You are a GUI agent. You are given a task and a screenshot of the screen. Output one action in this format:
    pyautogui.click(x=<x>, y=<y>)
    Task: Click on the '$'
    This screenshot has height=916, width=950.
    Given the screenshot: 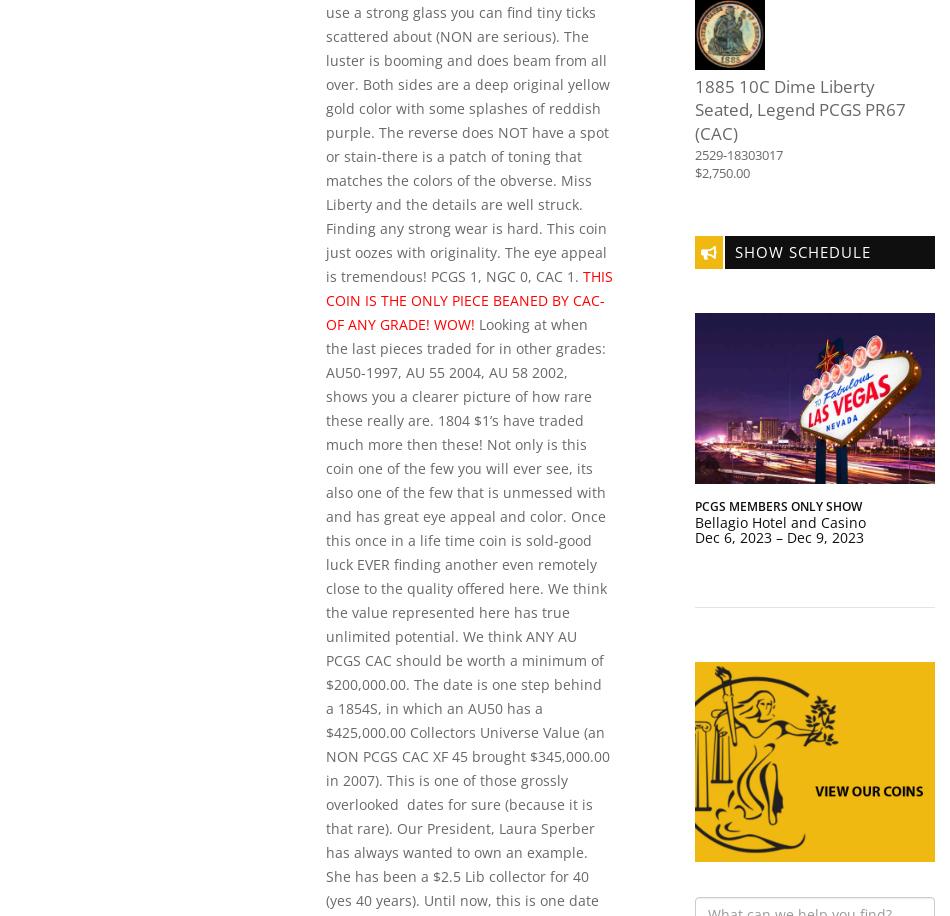 What is the action you would take?
    pyautogui.click(x=695, y=172)
    